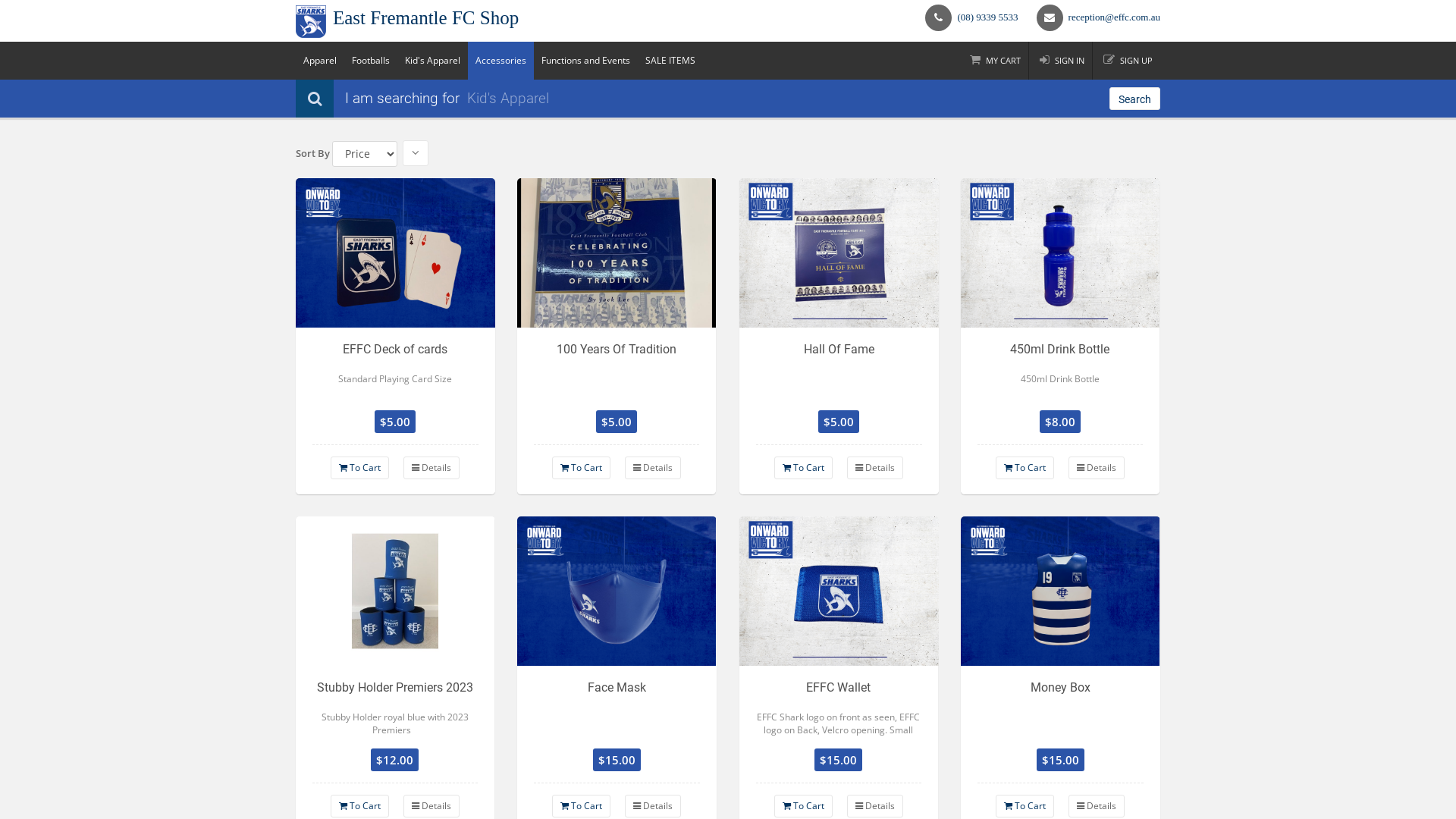  Describe the element at coordinates (585, 60) in the screenshot. I see `'Functions and Events'` at that location.